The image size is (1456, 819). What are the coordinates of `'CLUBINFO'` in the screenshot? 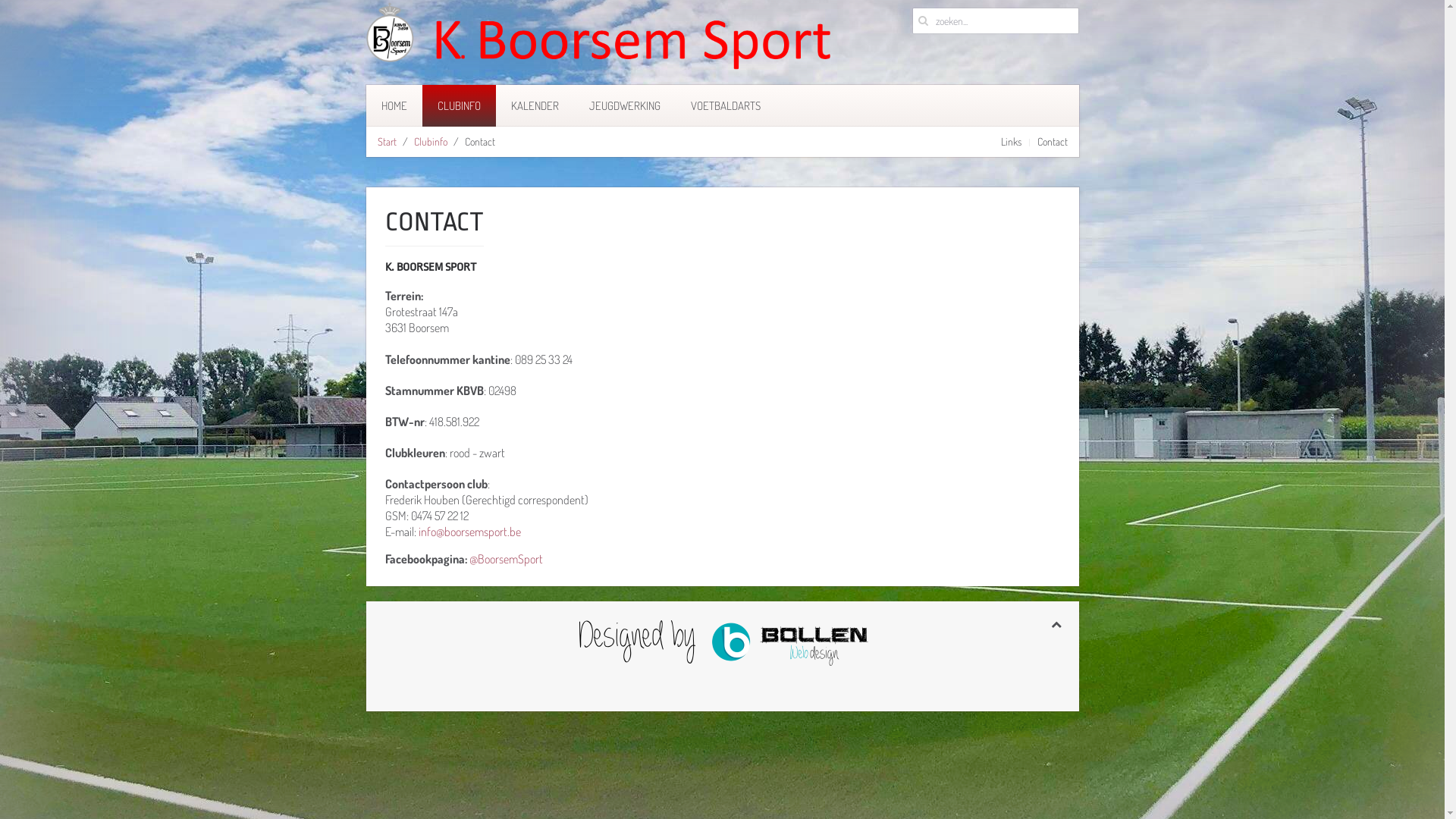 It's located at (457, 105).